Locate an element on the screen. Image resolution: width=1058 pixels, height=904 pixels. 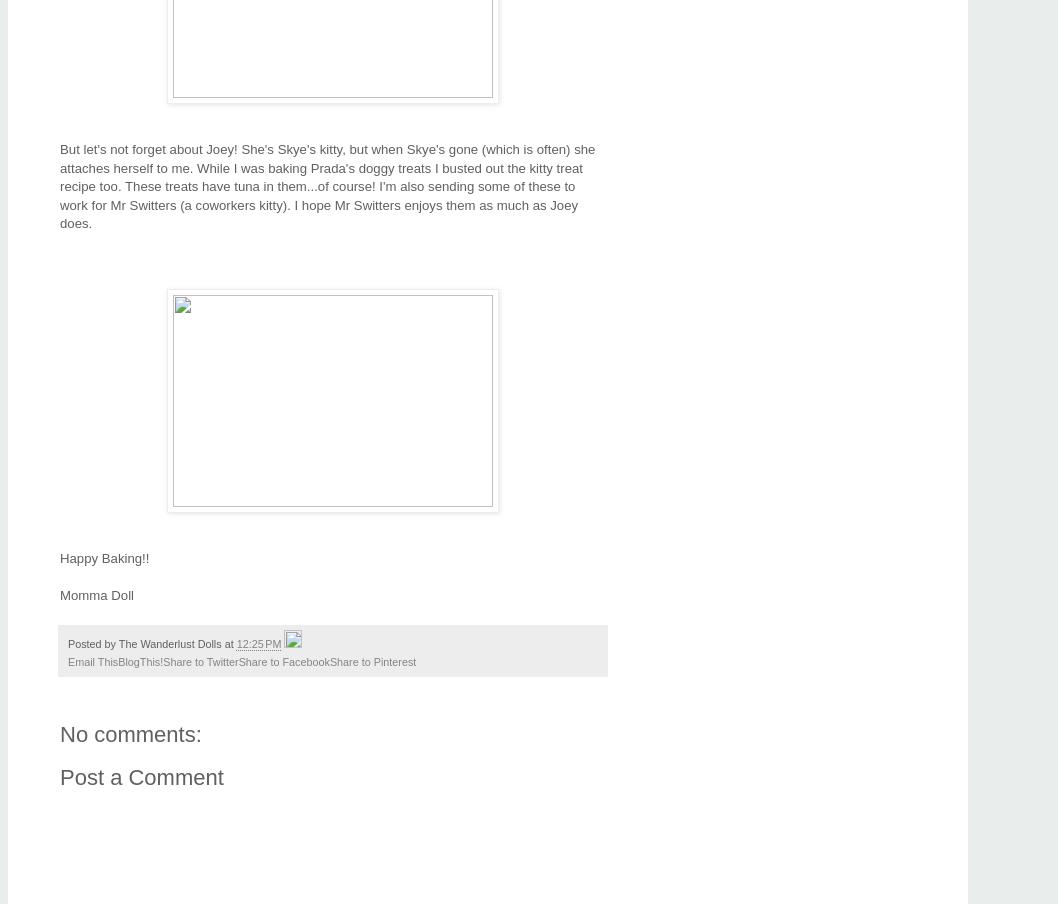
'12:25 PM' is located at coordinates (236, 644).